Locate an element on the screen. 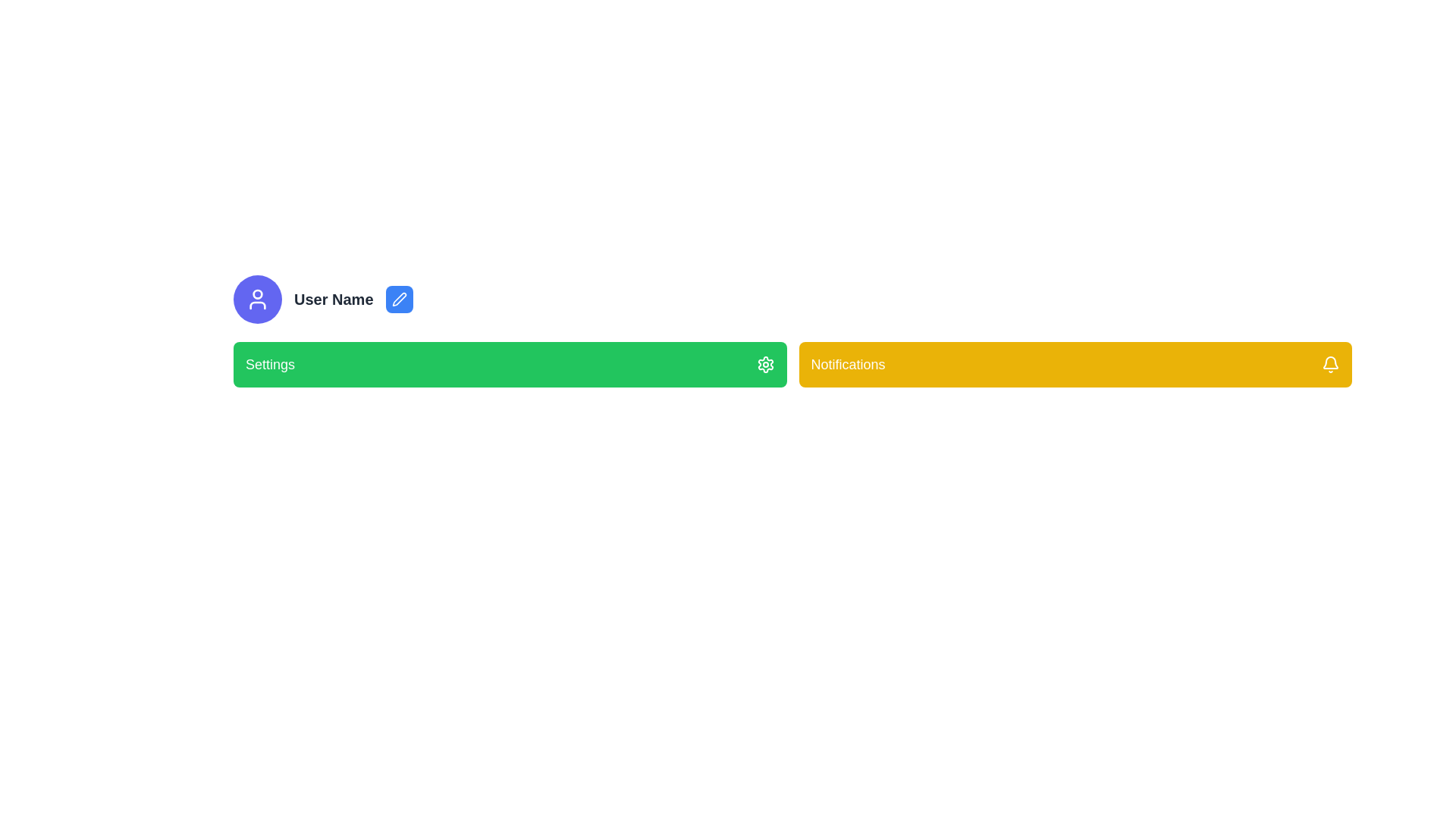  the small rounded rectangular button with a blue background and a white pen icon, located to the immediate right of the text 'User Name' is located at coordinates (399, 299).